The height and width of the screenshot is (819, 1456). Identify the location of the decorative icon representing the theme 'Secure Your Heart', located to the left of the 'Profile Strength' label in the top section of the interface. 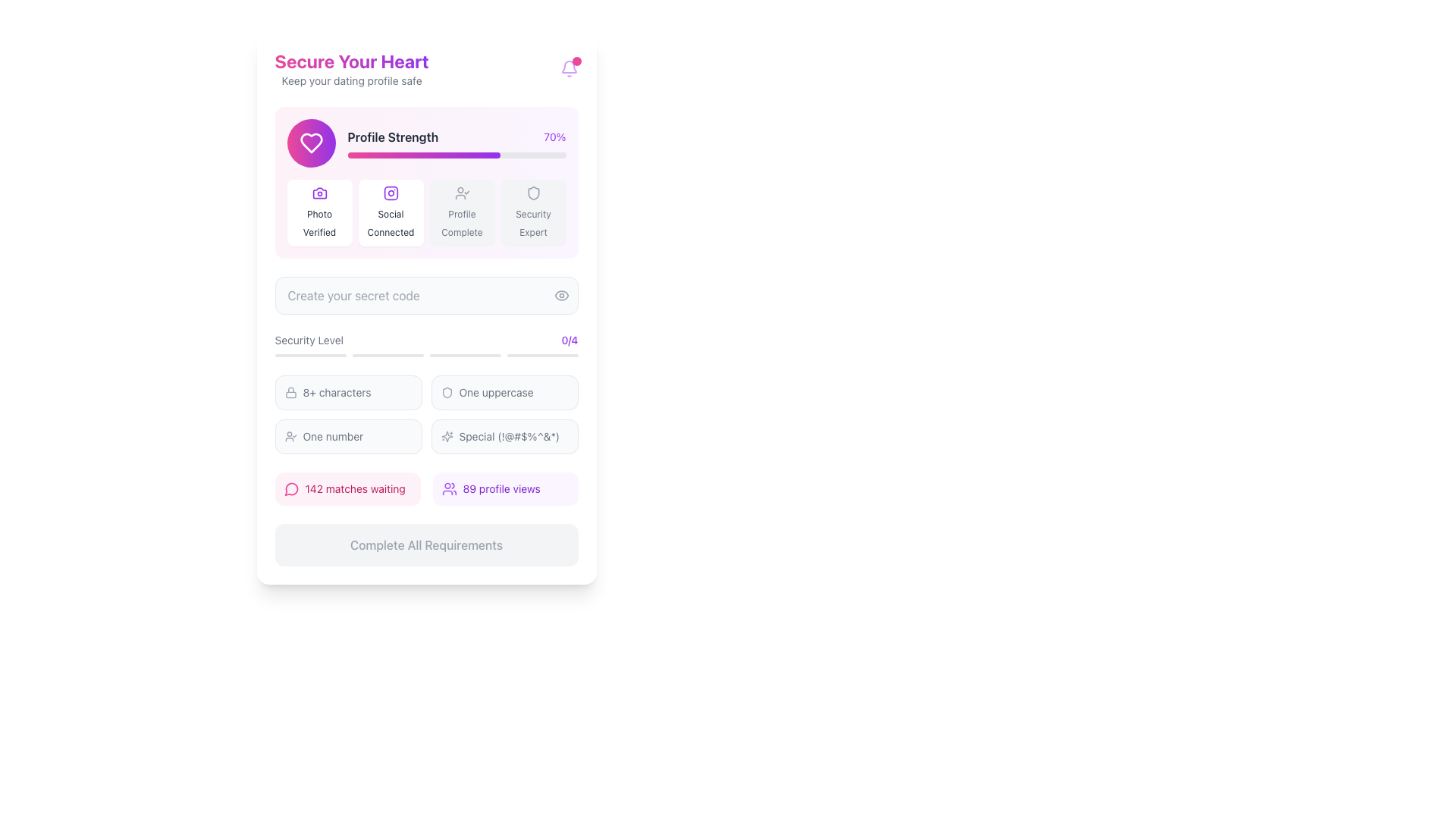
(310, 143).